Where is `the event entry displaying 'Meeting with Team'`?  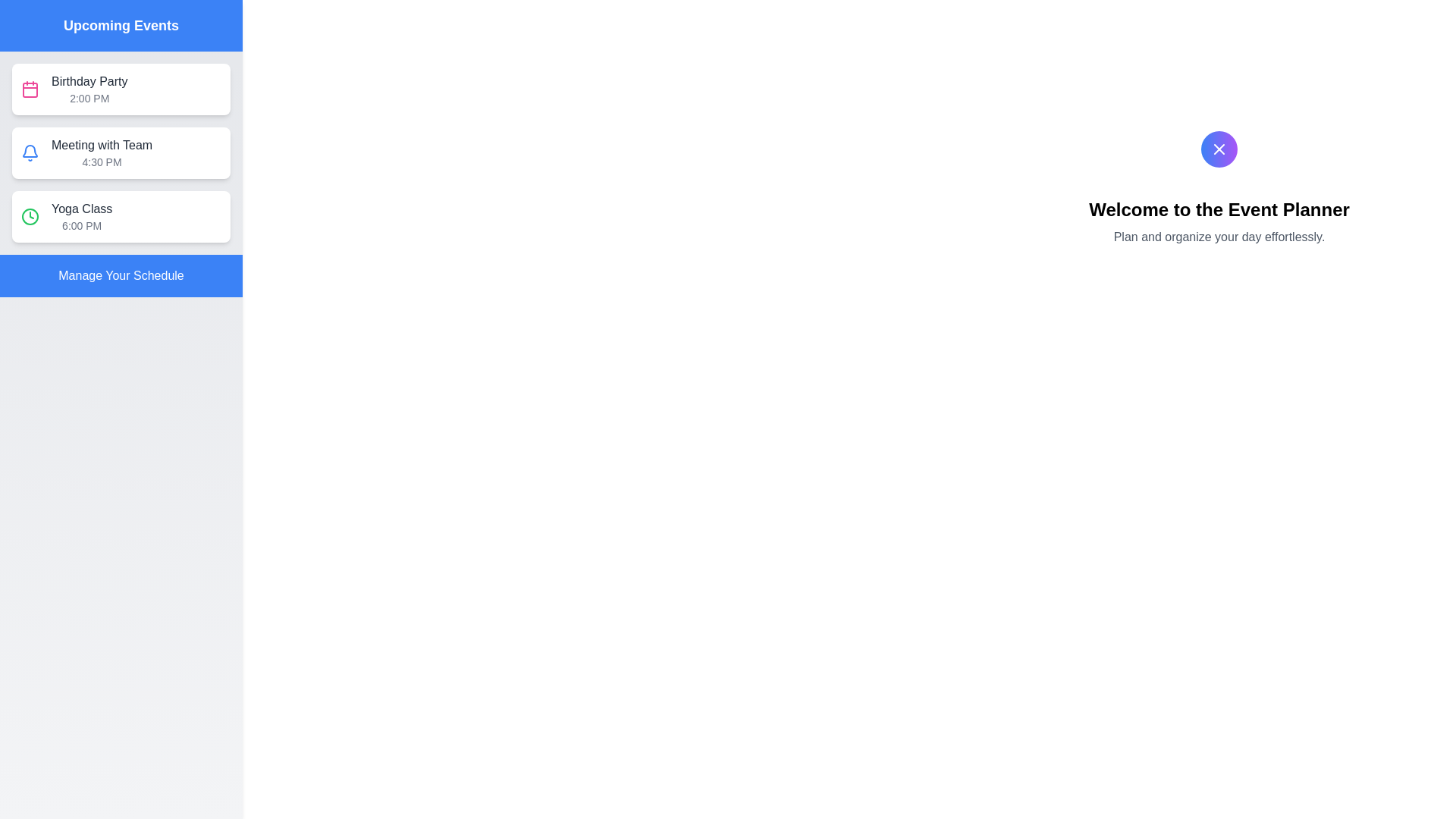
the event entry displaying 'Meeting with Team' is located at coordinates (101, 152).